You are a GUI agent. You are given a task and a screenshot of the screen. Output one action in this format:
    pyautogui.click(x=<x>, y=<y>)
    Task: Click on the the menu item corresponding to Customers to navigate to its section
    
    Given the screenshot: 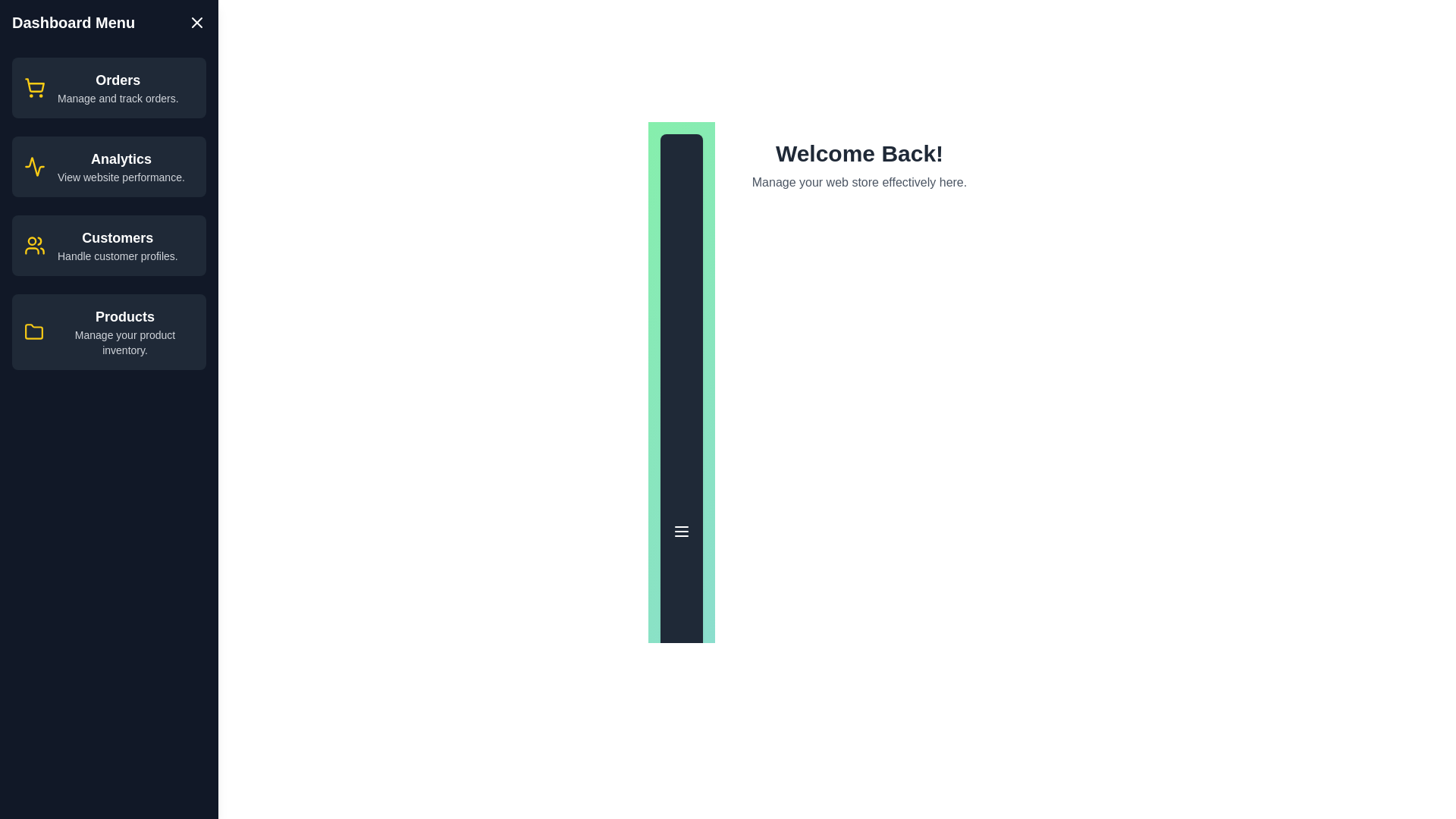 What is the action you would take?
    pyautogui.click(x=108, y=245)
    